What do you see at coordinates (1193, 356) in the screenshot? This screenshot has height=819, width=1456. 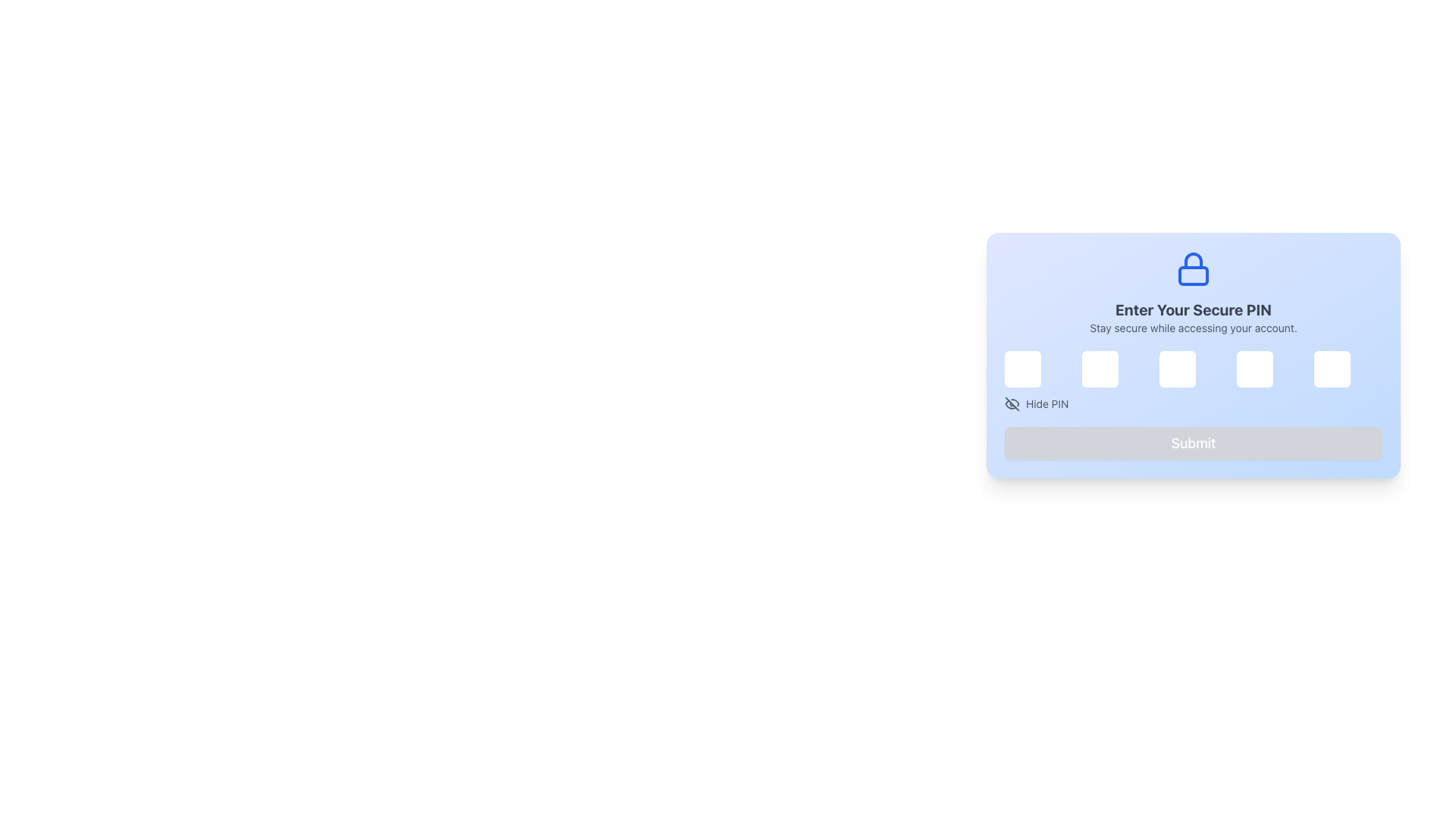 I see `the third PIN input box within the modal titled 'Enter Your Secure PIN' to focus on it` at bounding box center [1193, 356].